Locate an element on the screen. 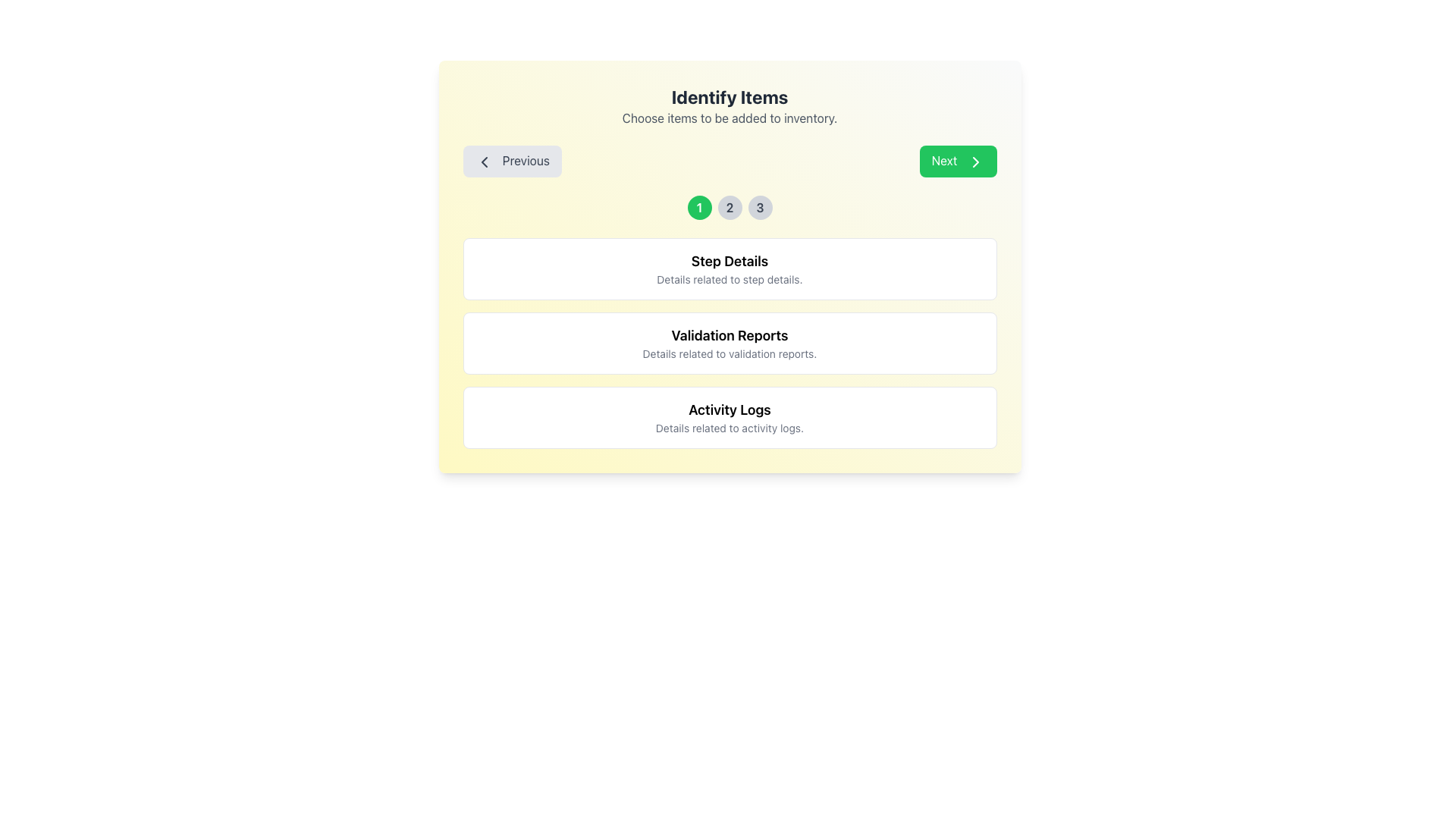 The height and width of the screenshot is (819, 1456). the second step indicator button in the step navigation interface, positioned between the buttons labeled '1' and '3' is located at coordinates (730, 207).